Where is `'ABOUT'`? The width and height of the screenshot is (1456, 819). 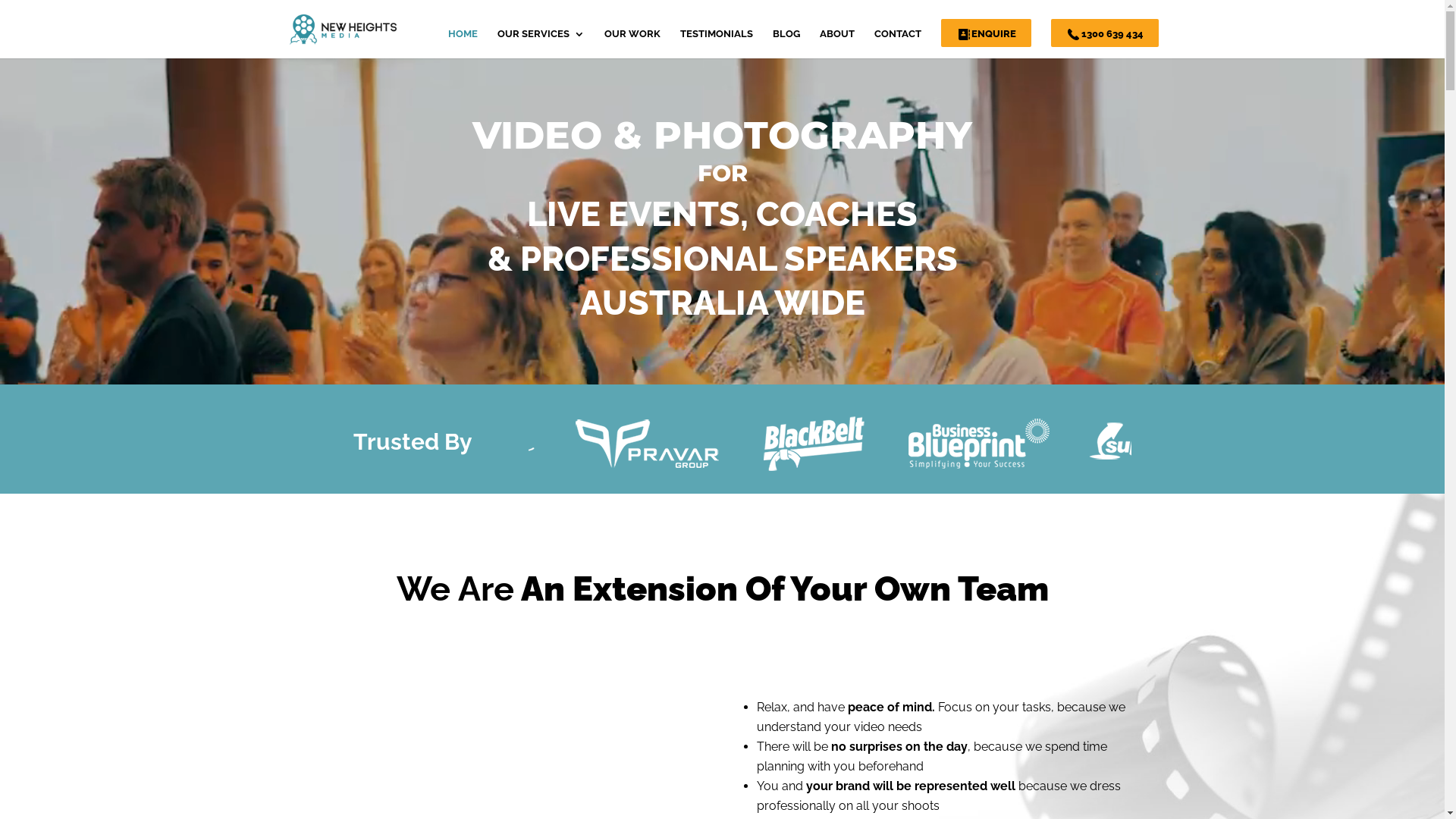 'ABOUT' is located at coordinates (836, 42).